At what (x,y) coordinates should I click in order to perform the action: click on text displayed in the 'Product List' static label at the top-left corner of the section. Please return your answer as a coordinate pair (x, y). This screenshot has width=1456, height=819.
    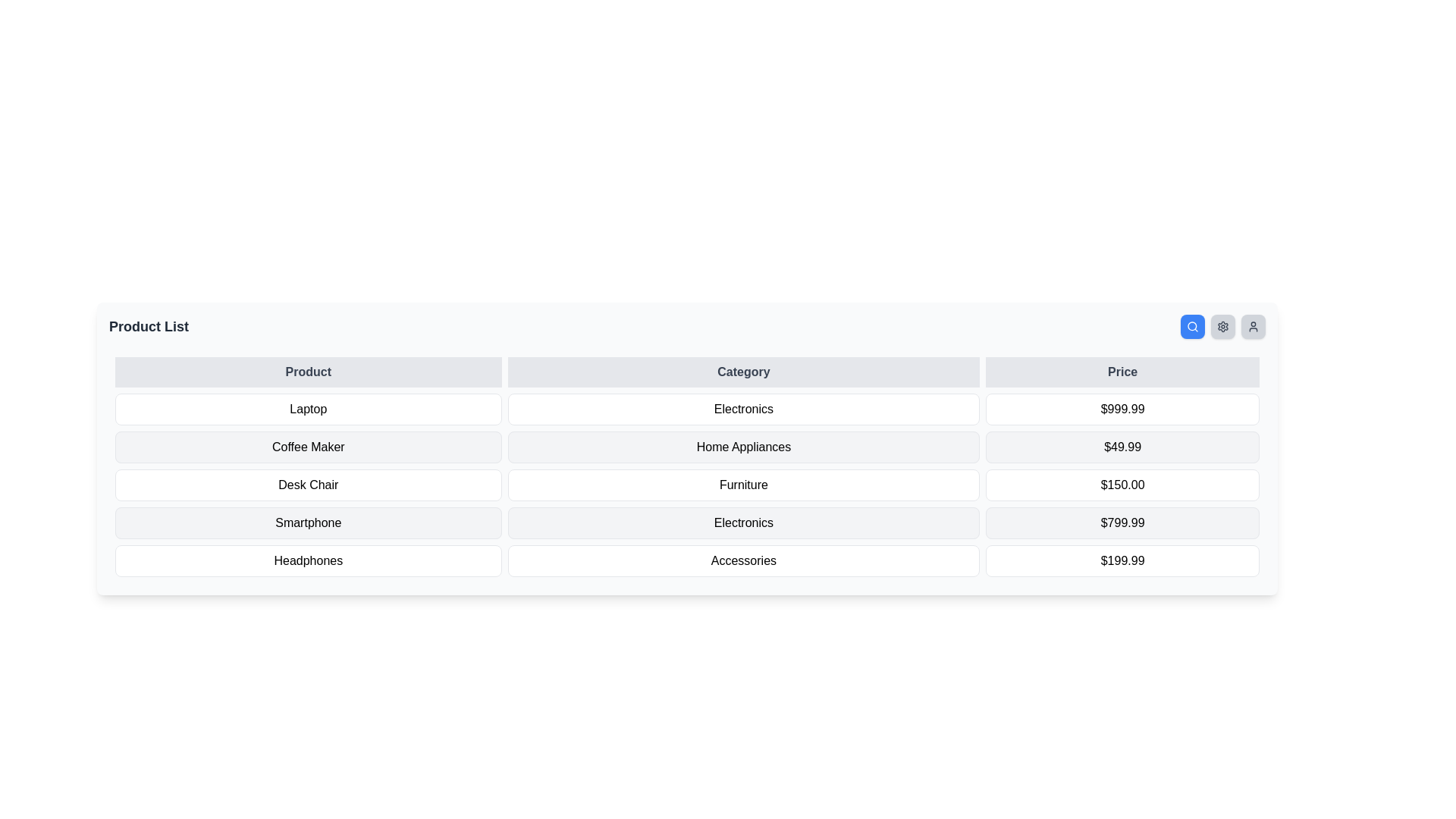
    Looking at the image, I should click on (149, 326).